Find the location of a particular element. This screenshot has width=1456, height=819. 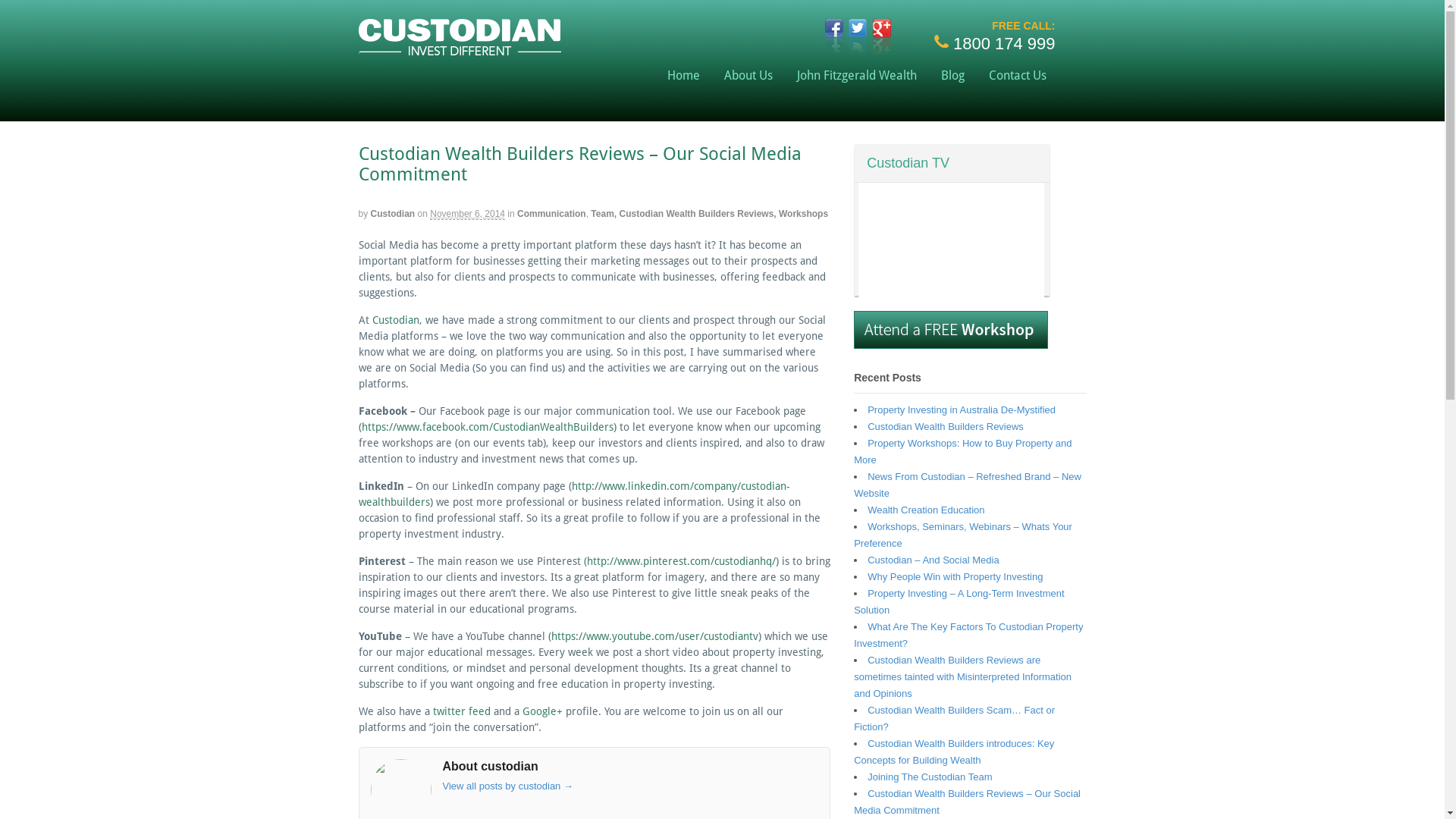

'http://www.pinterest.com/custodianhq/' is located at coordinates (680, 561).